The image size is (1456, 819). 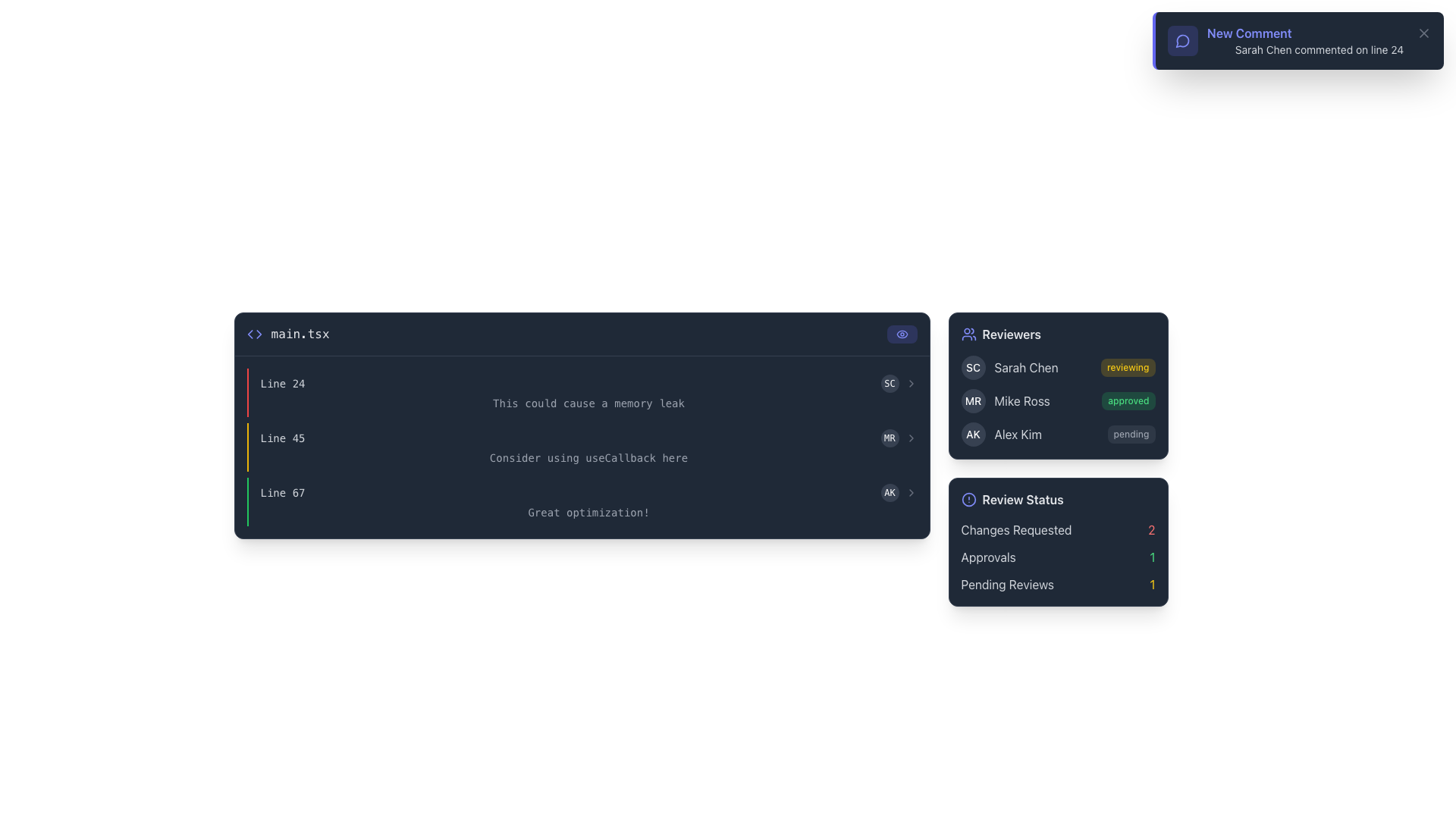 I want to click on the status indicator of a user in the interactive panel located in the top-right area of the interface, so click(x=1057, y=385).